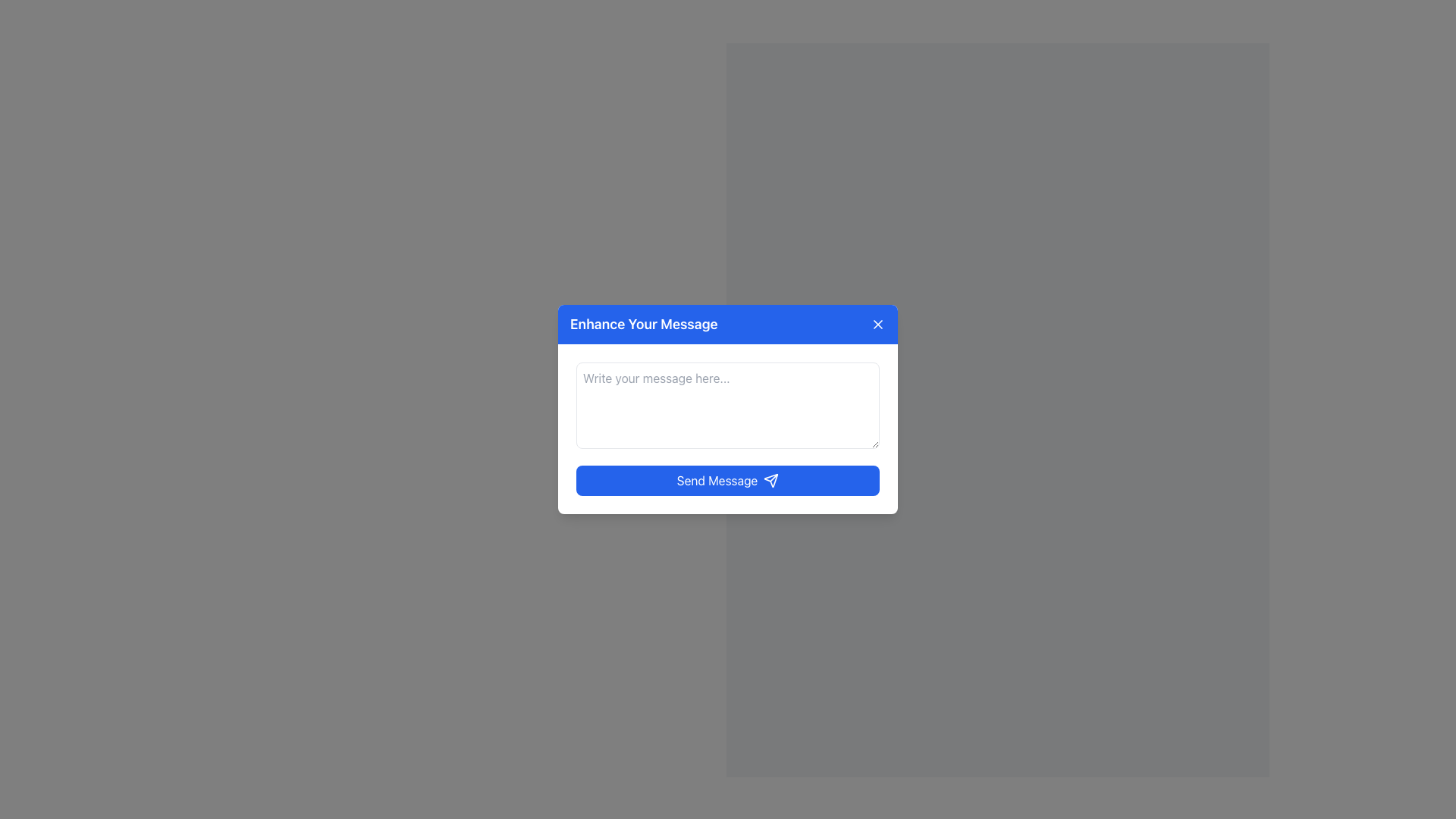 The height and width of the screenshot is (819, 1456). What do you see at coordinates (771, 480) in the screenshot?
I see `the 'send' vector graphic icon, which indicates the action of sending a message, positioned adjacent to the 'Send Message' button` at bounding box center [771, 480].